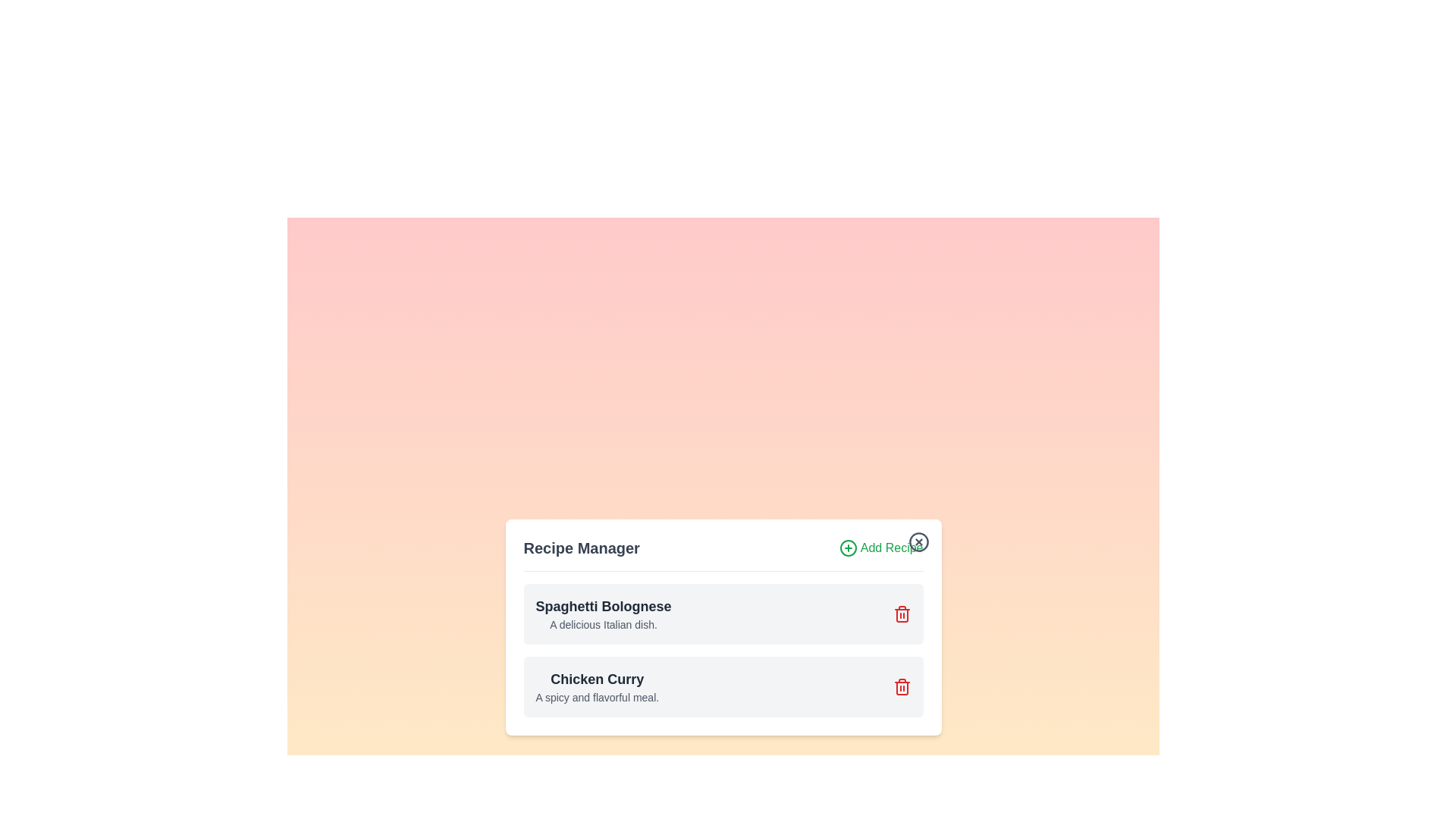 This screenshot has width=1456, height=819. Describe the element at coordinates (603, 605) in the screenshot. I see `the bold text label displaying 'Spaghetti Bolognese' in dark gray, which is the title of the first item in the 'Recipe Manager' list` at that location.